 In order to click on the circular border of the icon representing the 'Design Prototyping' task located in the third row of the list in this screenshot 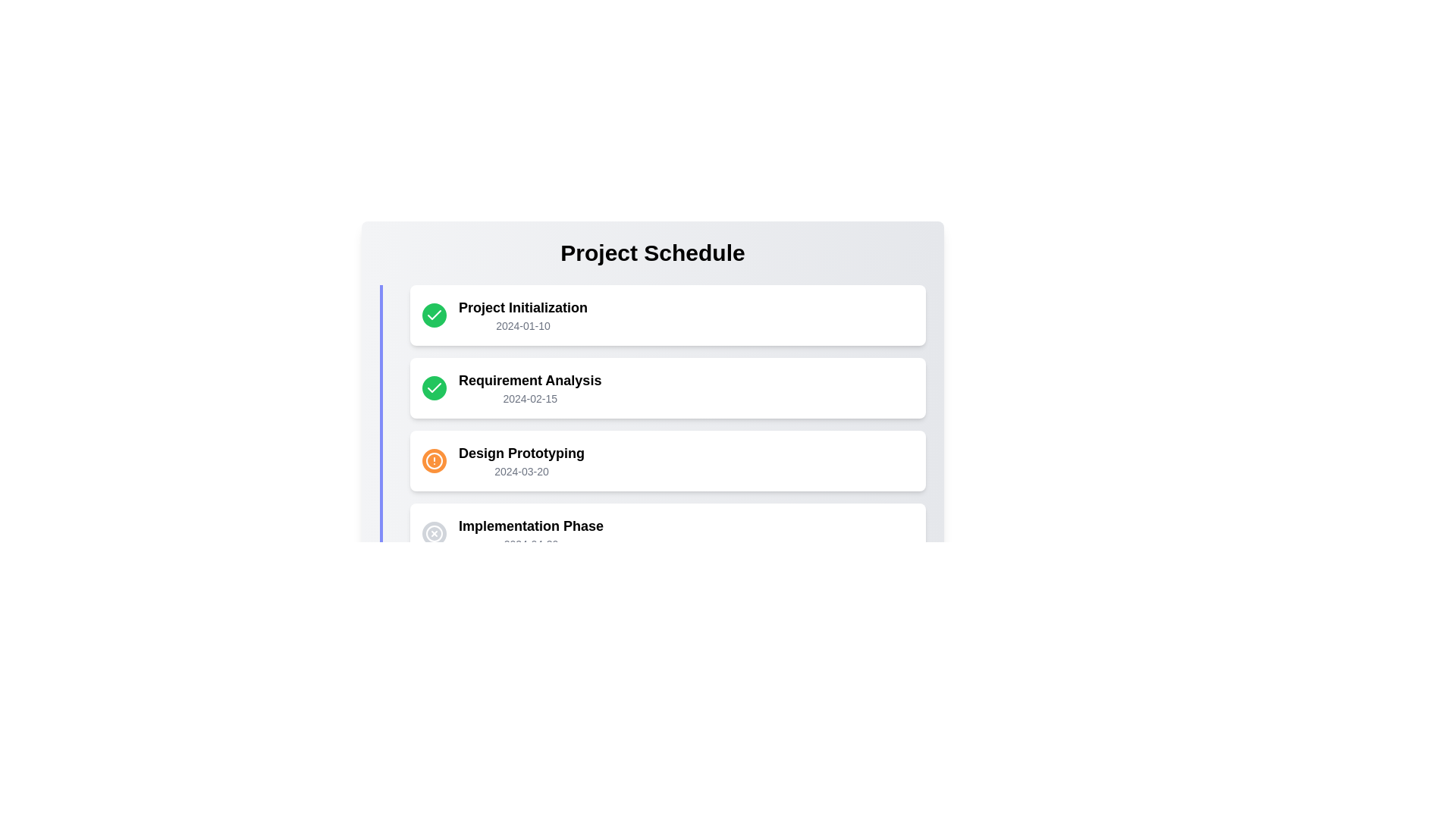, I will do `click(433, 460)`.